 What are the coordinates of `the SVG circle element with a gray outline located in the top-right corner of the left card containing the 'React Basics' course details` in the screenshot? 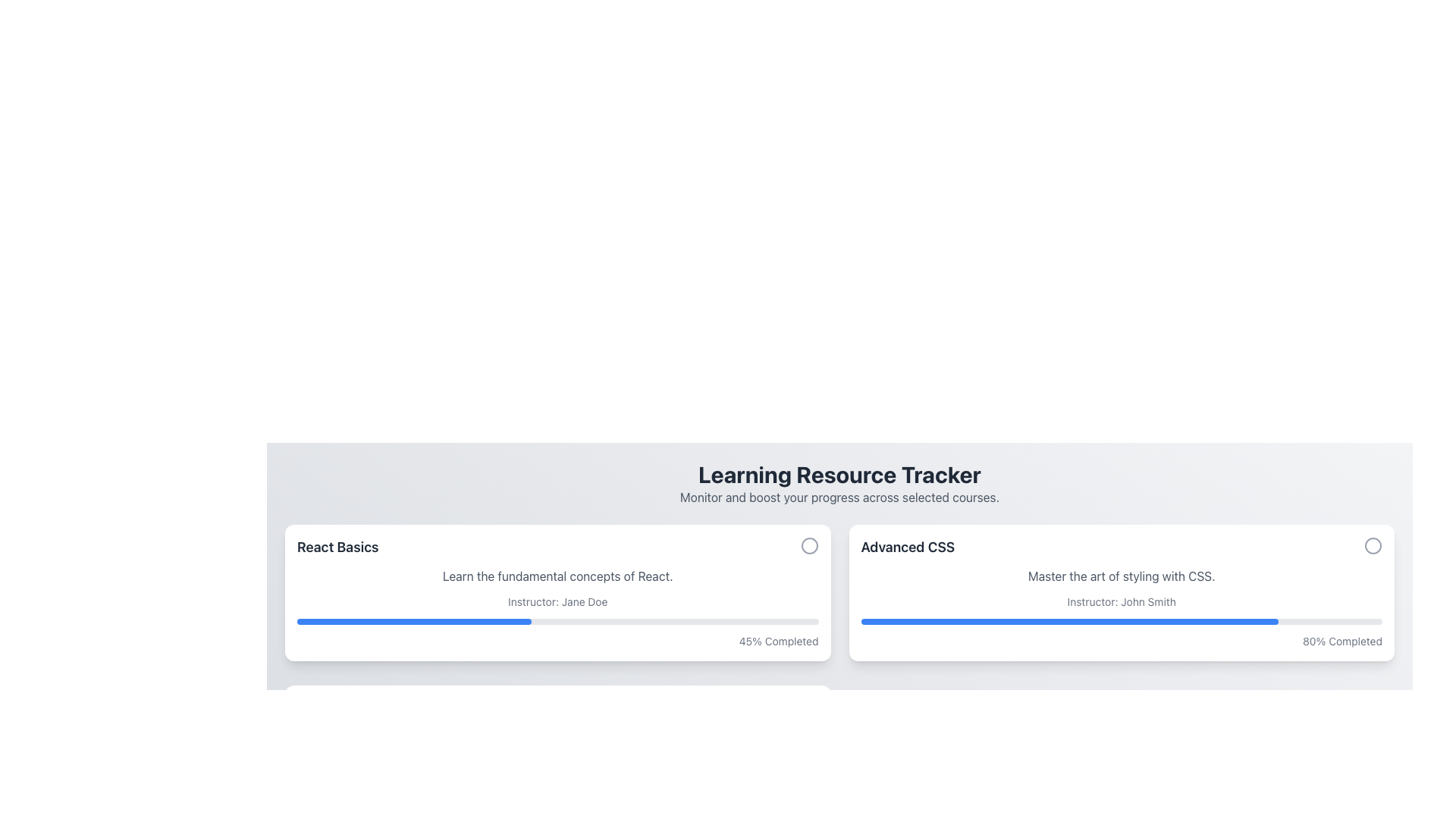 It's located at (808, 546).